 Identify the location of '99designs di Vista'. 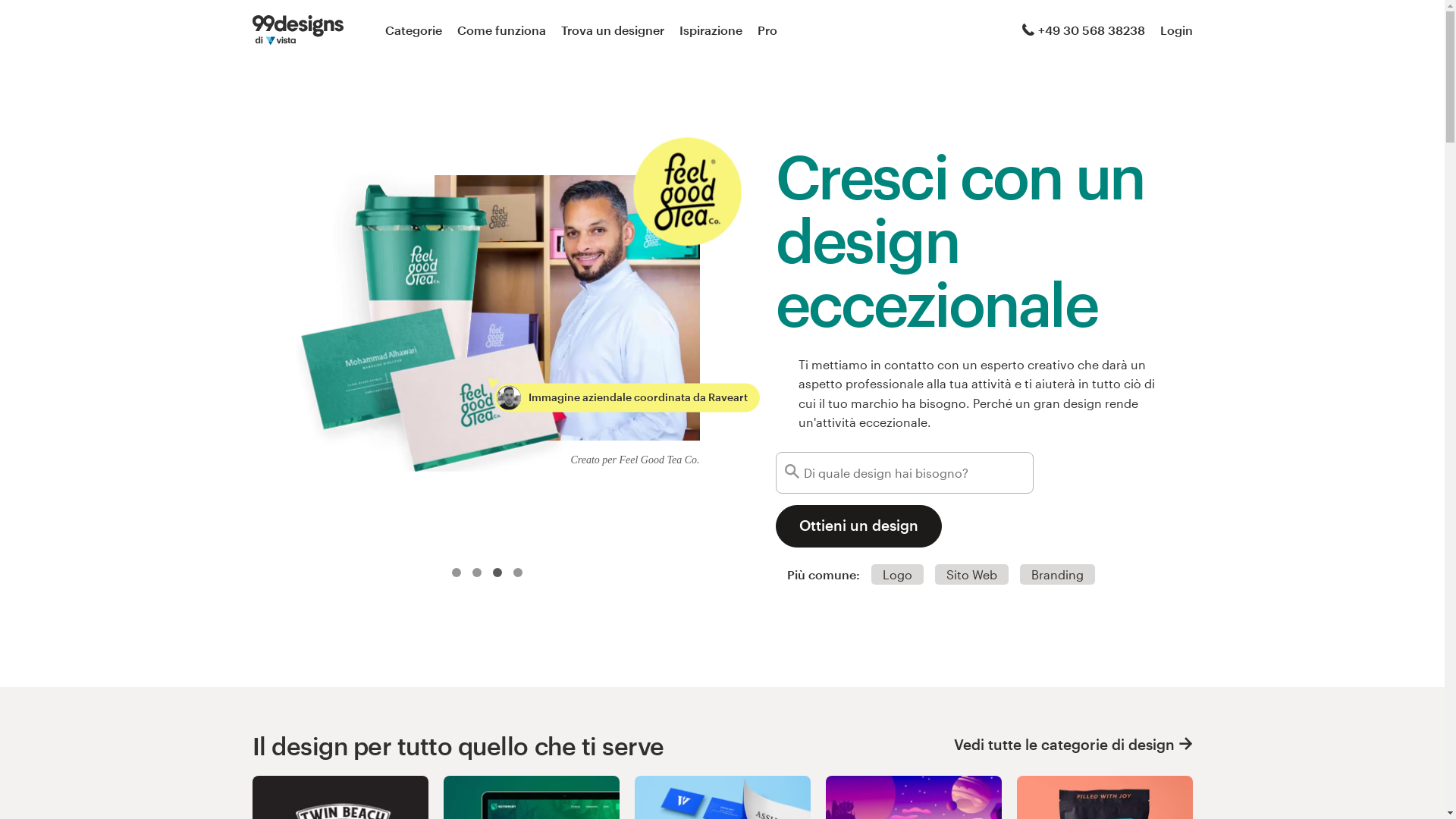
(297, 30).